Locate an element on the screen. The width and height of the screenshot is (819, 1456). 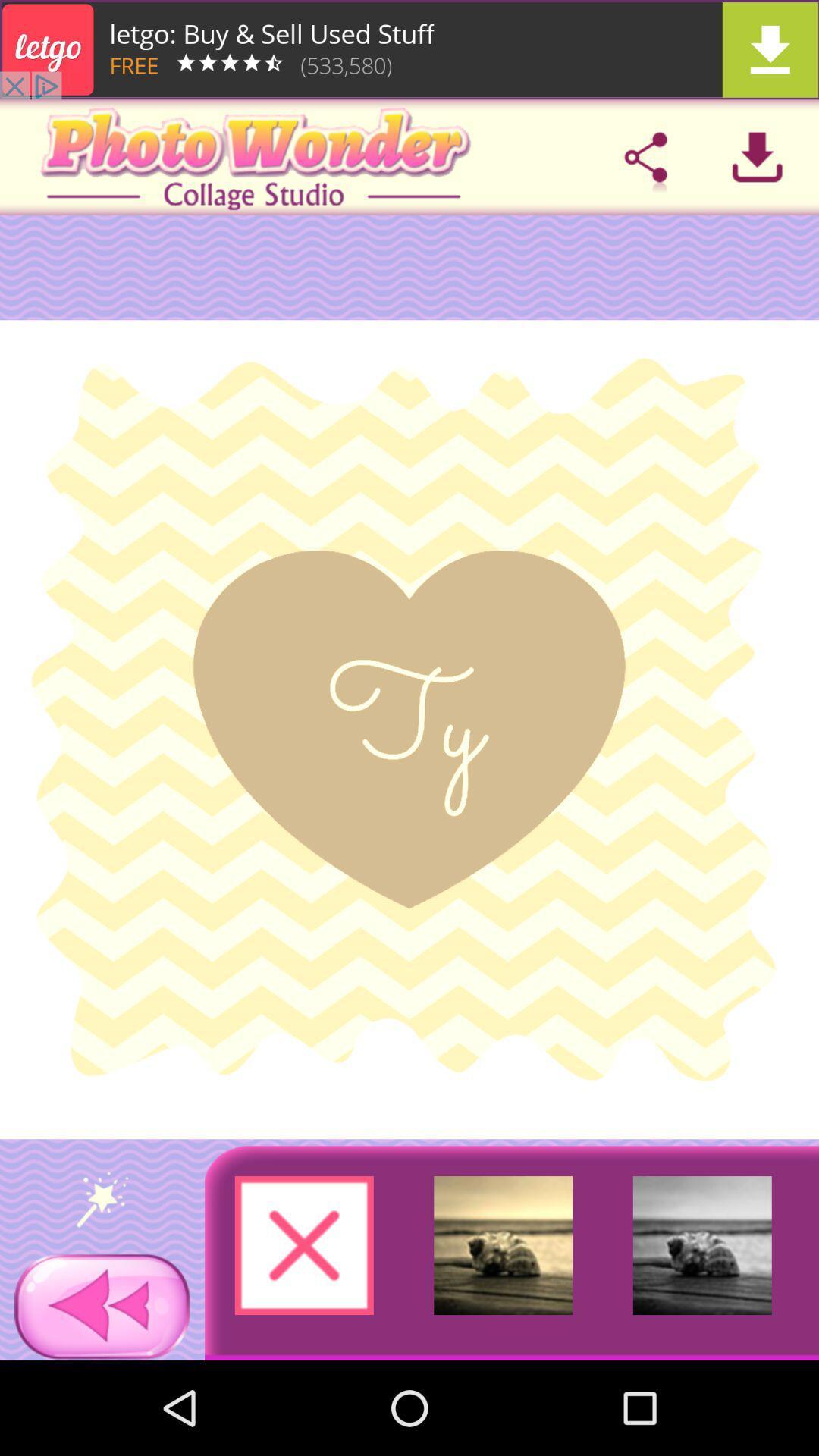
to apply effects is located at coordinates (102, 1198).